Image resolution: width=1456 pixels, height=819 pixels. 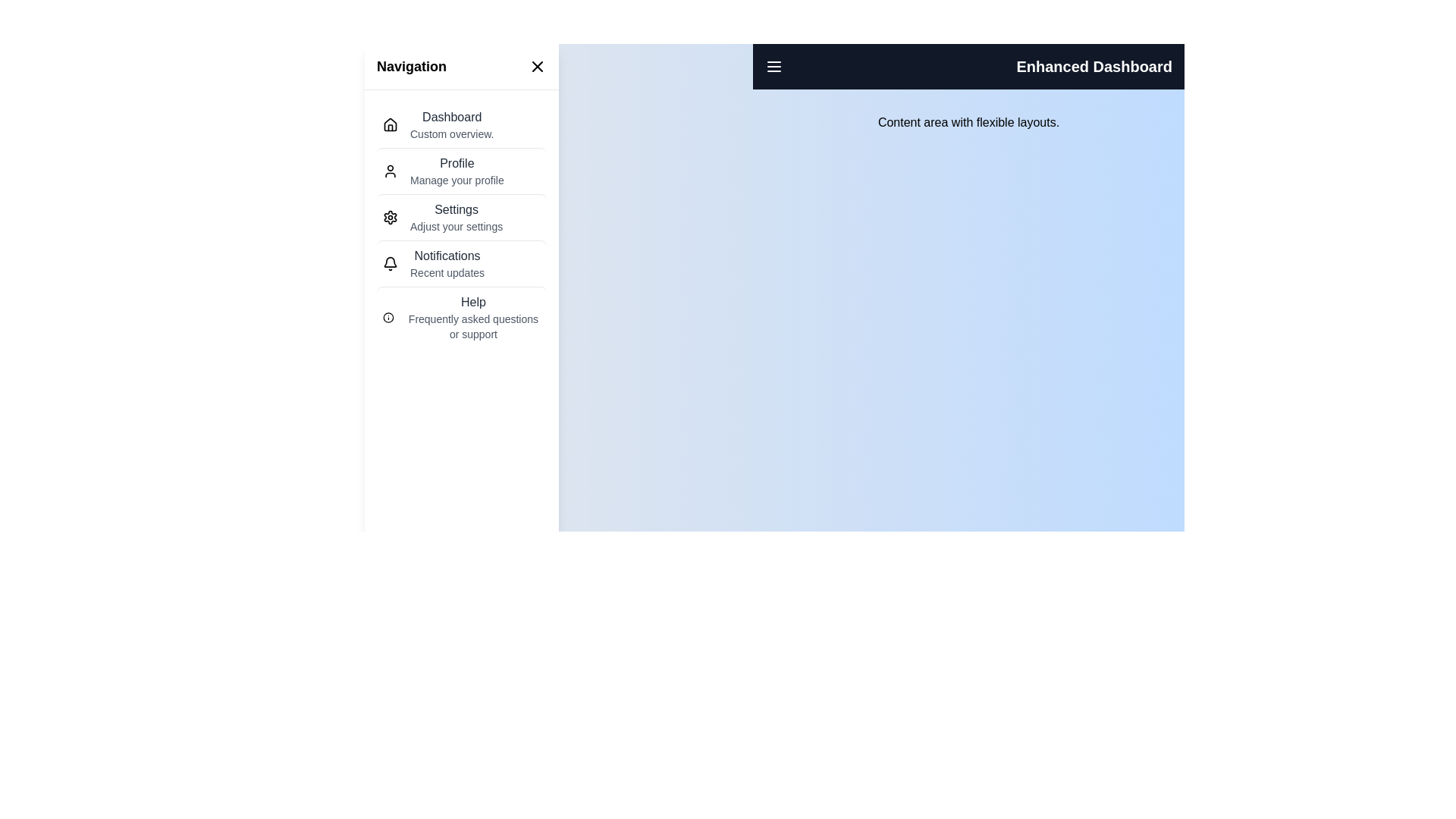 What do you see at coordinates (451, 116) in the screenshot?
I see `the 'Dashboard' label in the navigation menu, which serves as a static informational header indicating the section` at bounding box center [451, 116].